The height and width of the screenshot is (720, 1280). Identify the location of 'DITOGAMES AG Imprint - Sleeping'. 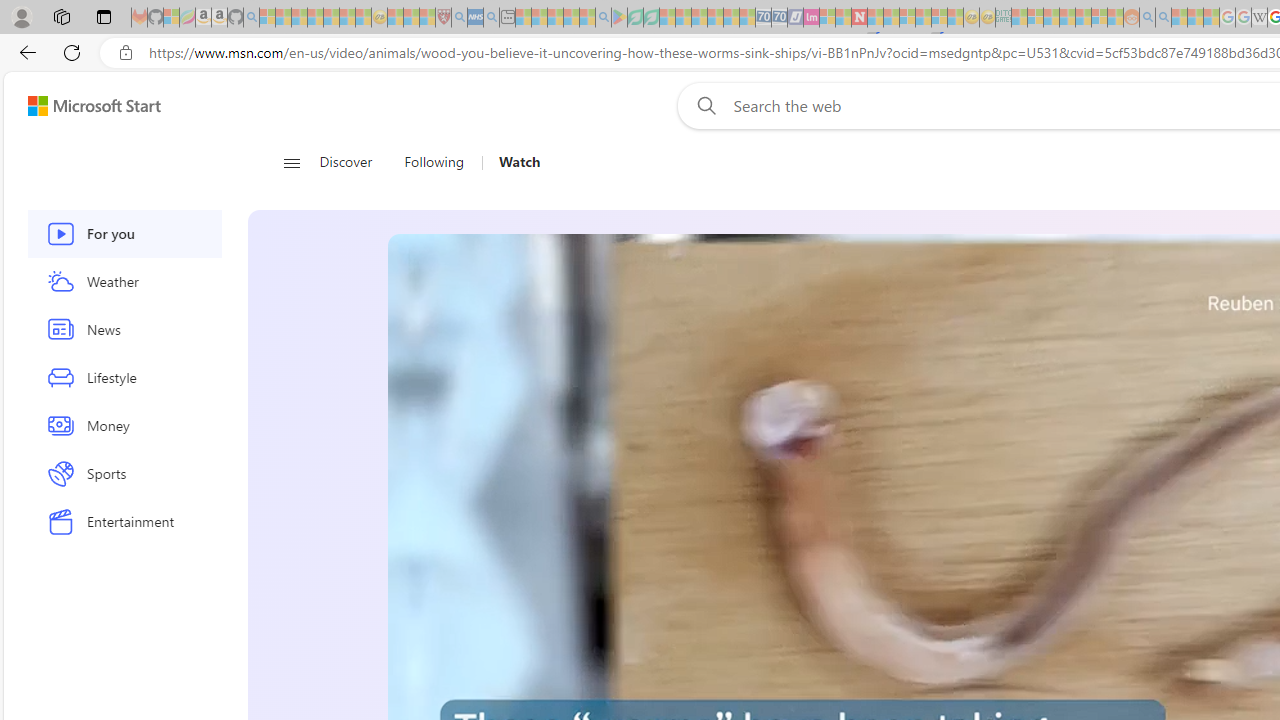
(1003, 17).